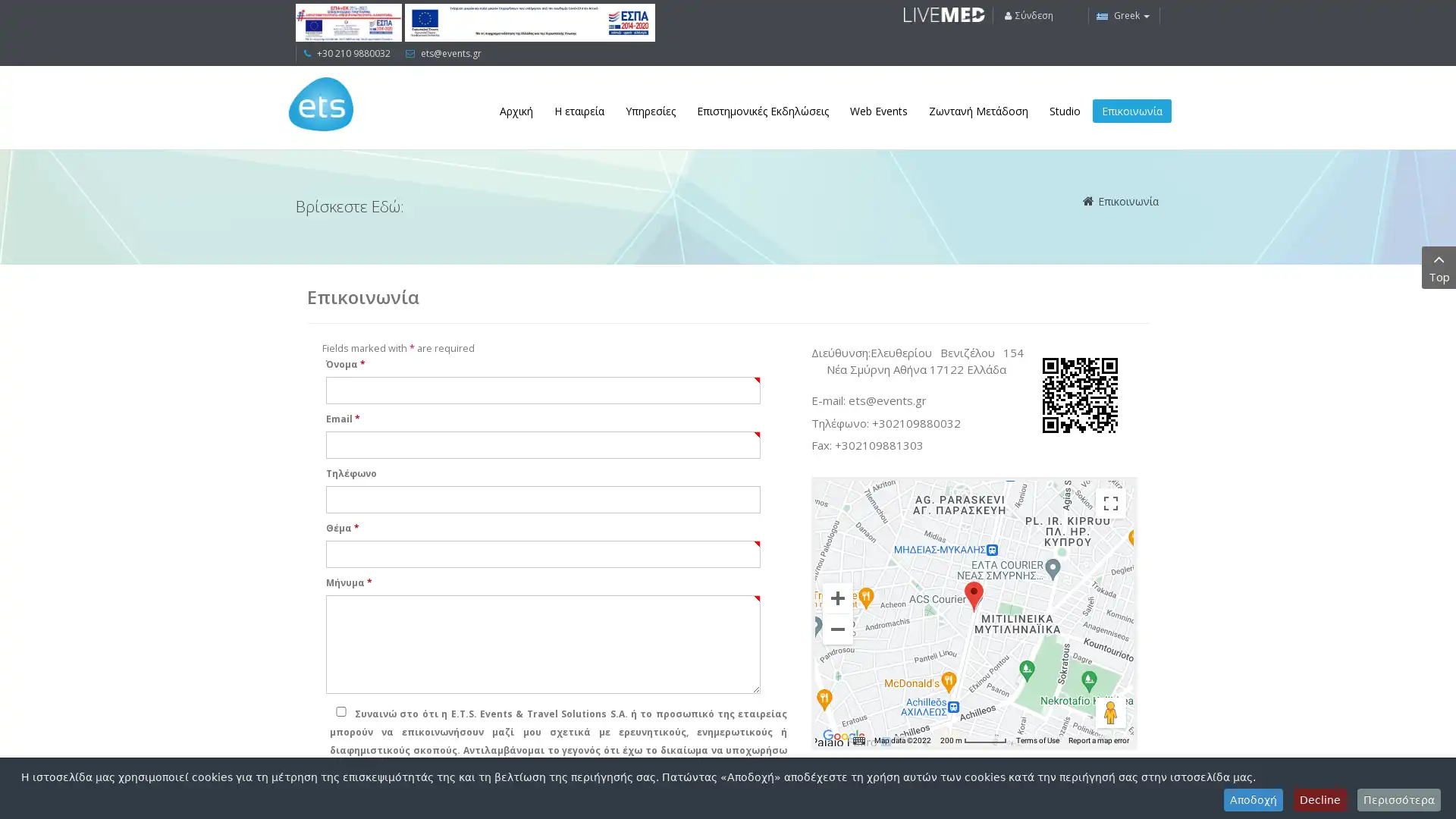 This screenshot has height=819, width=1456. I want to click on Toggle fullscreen view, so click(1110, 503).